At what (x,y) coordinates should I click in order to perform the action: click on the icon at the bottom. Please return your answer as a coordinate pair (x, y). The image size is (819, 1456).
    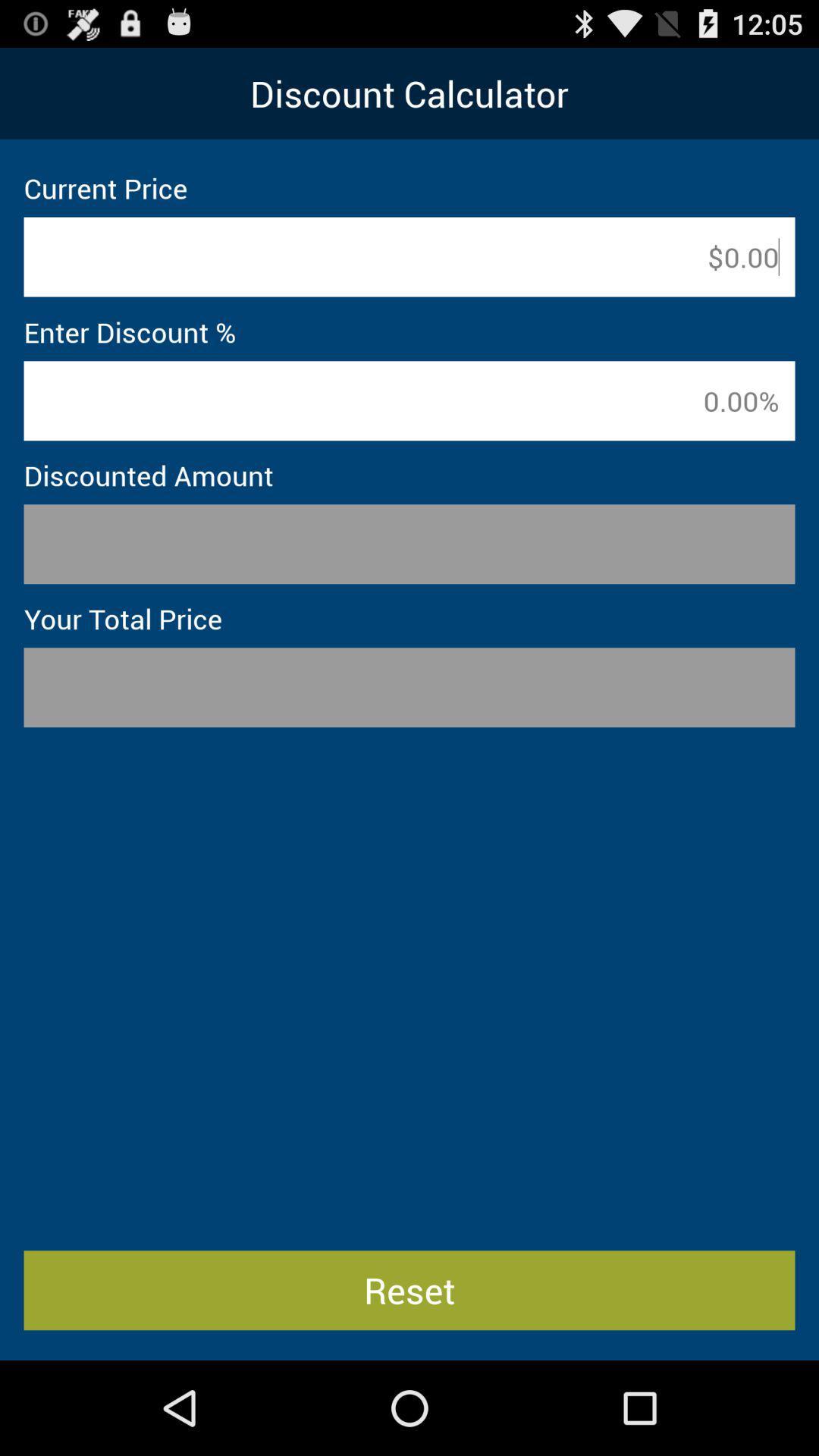
    Looking at the image, I should click on (409, 1289).